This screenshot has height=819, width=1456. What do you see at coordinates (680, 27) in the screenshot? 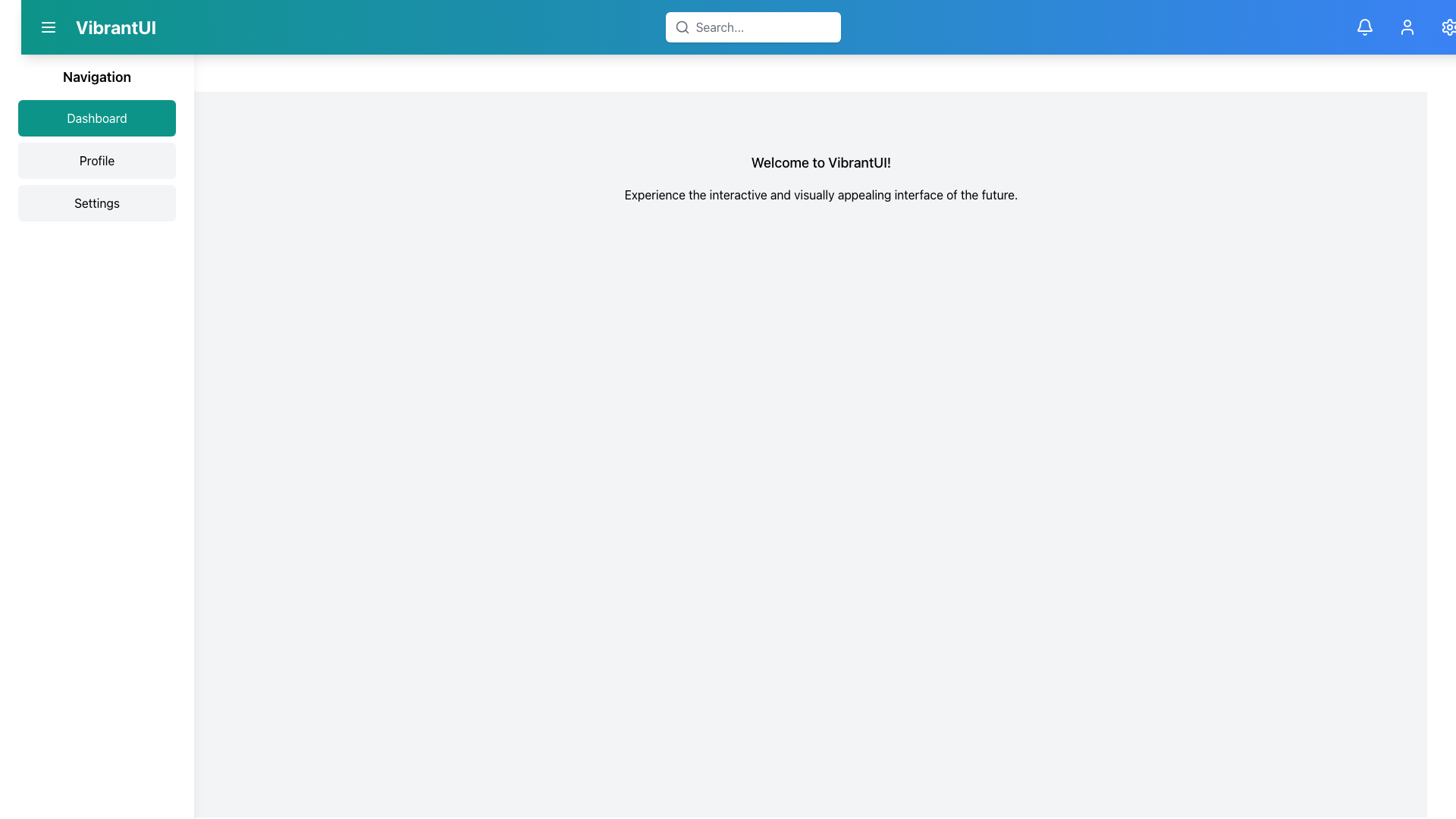
I see `the search functionality by clicking on the circular outline element of the magnifying glass icon located next to the search input field in the top header` at bounding box center [680, 27].